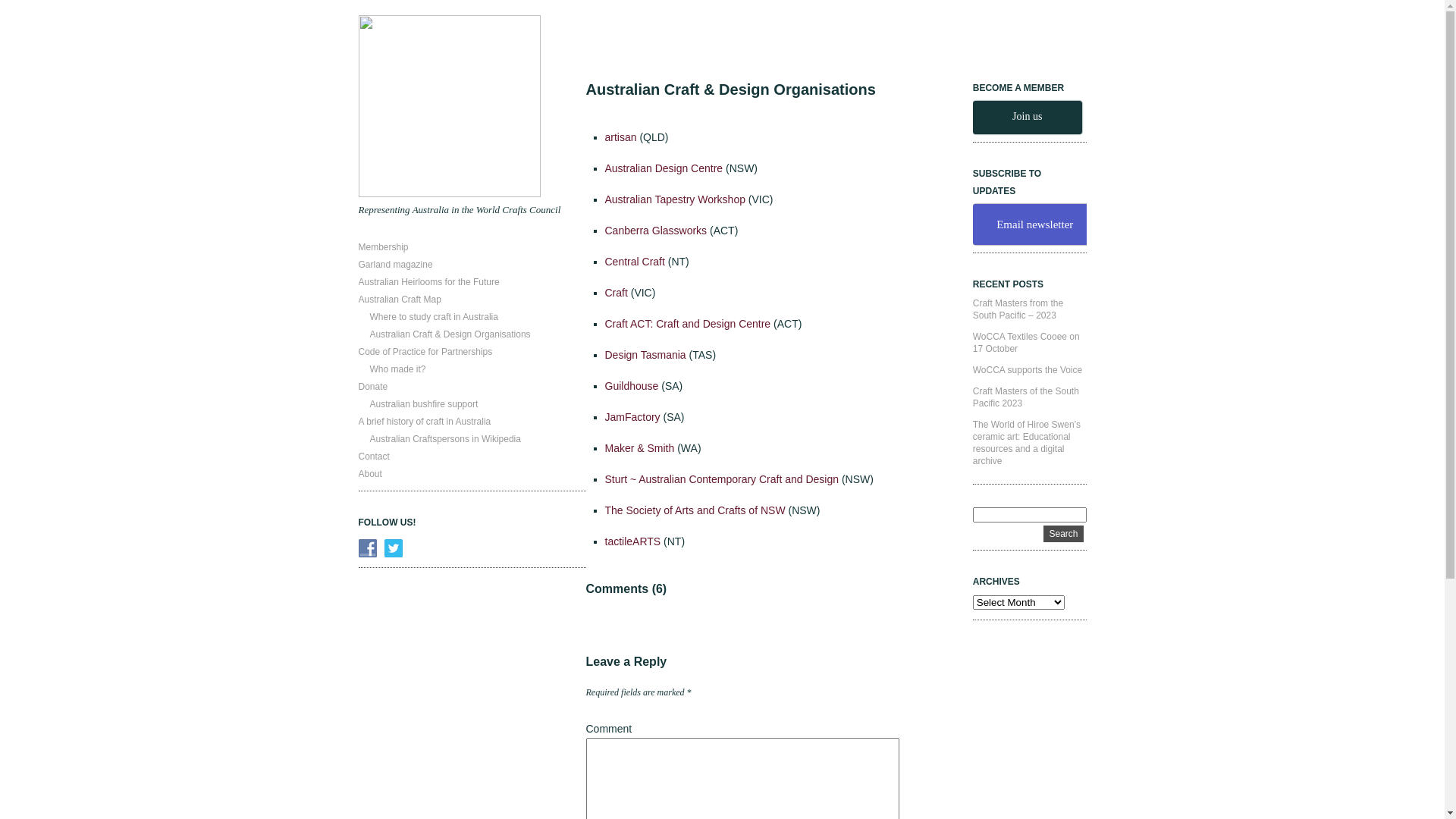 This screenshot has height=819, width=1456. I want to click on 'artisan', so click(622, 137).